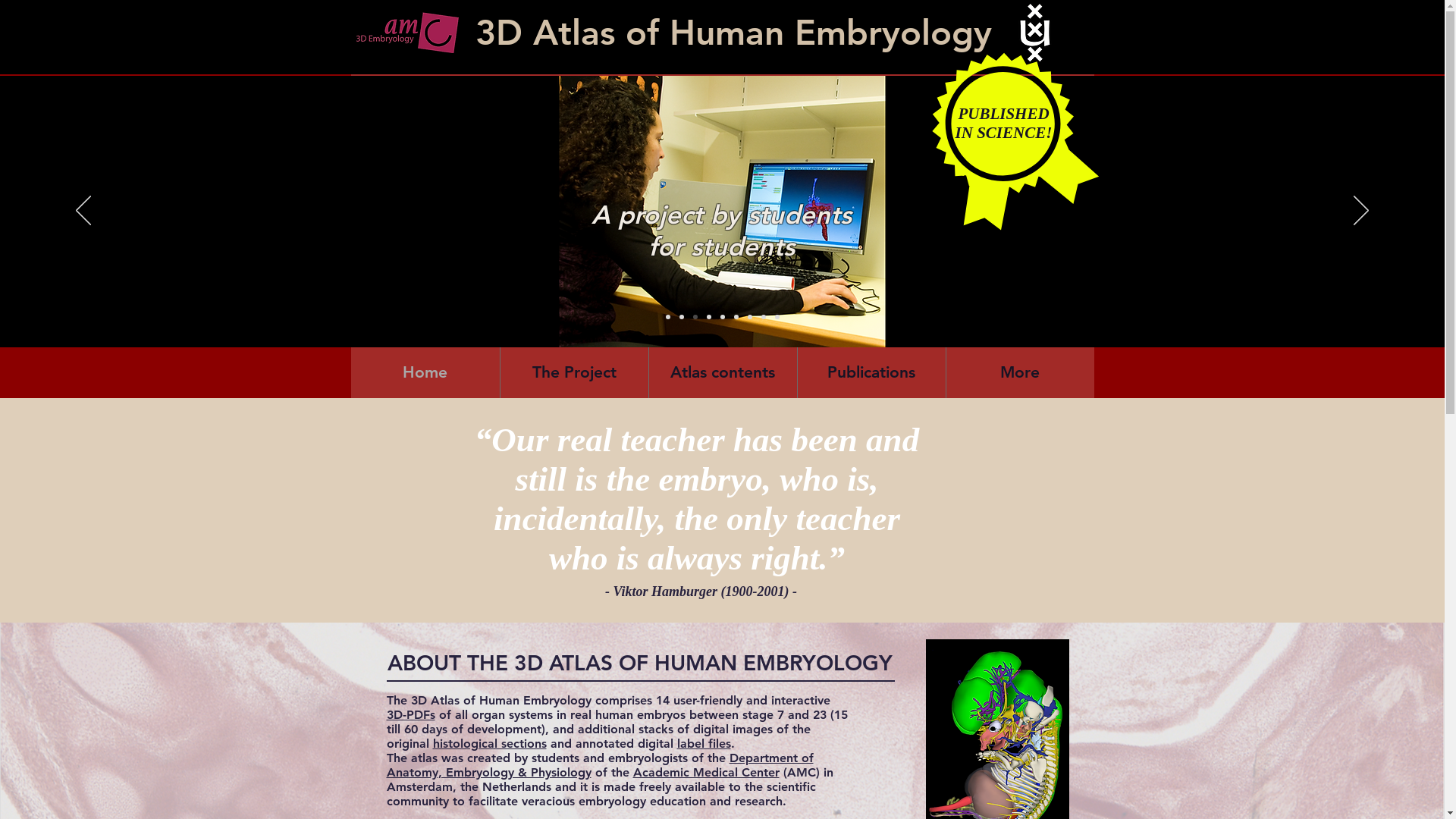  What do you see at coordinates (702, 742) in the screenshot?
I see `'label files'` at bounding box center [702, 742].